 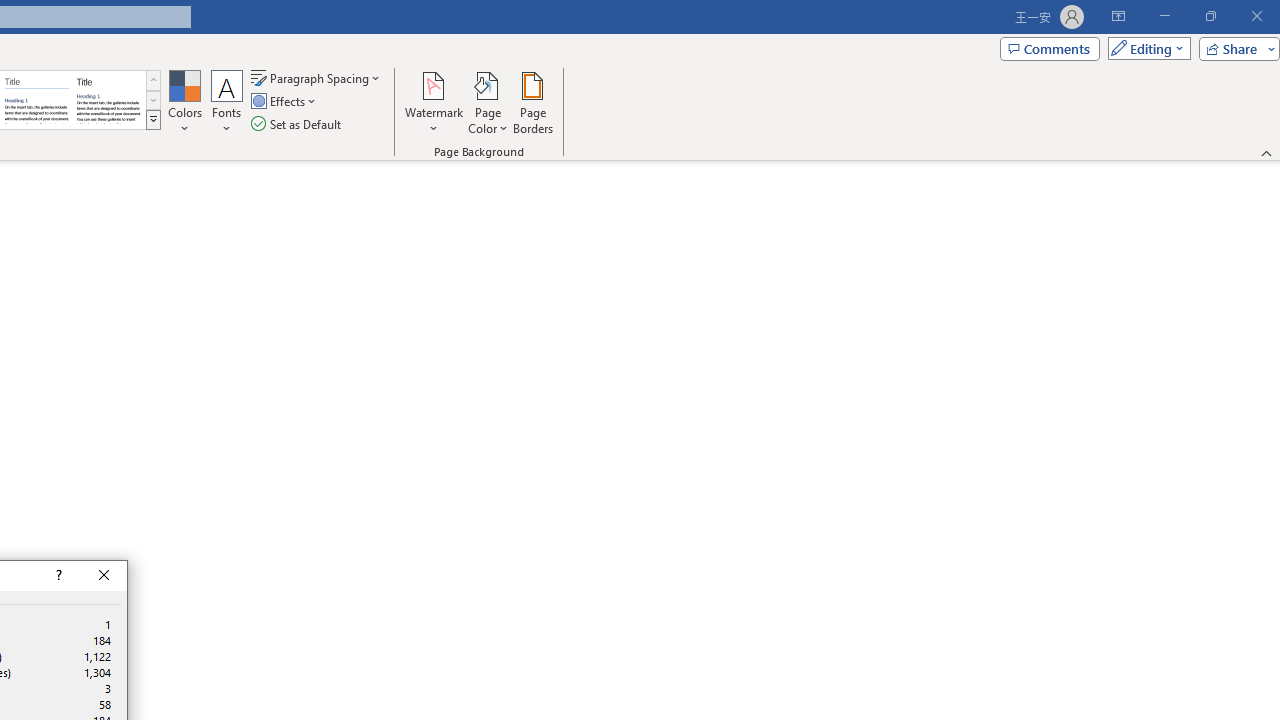 What do you see at coordinates (152, 120) in the screenshot?
I see `'Style Set'` at bounding box center [152, 120].